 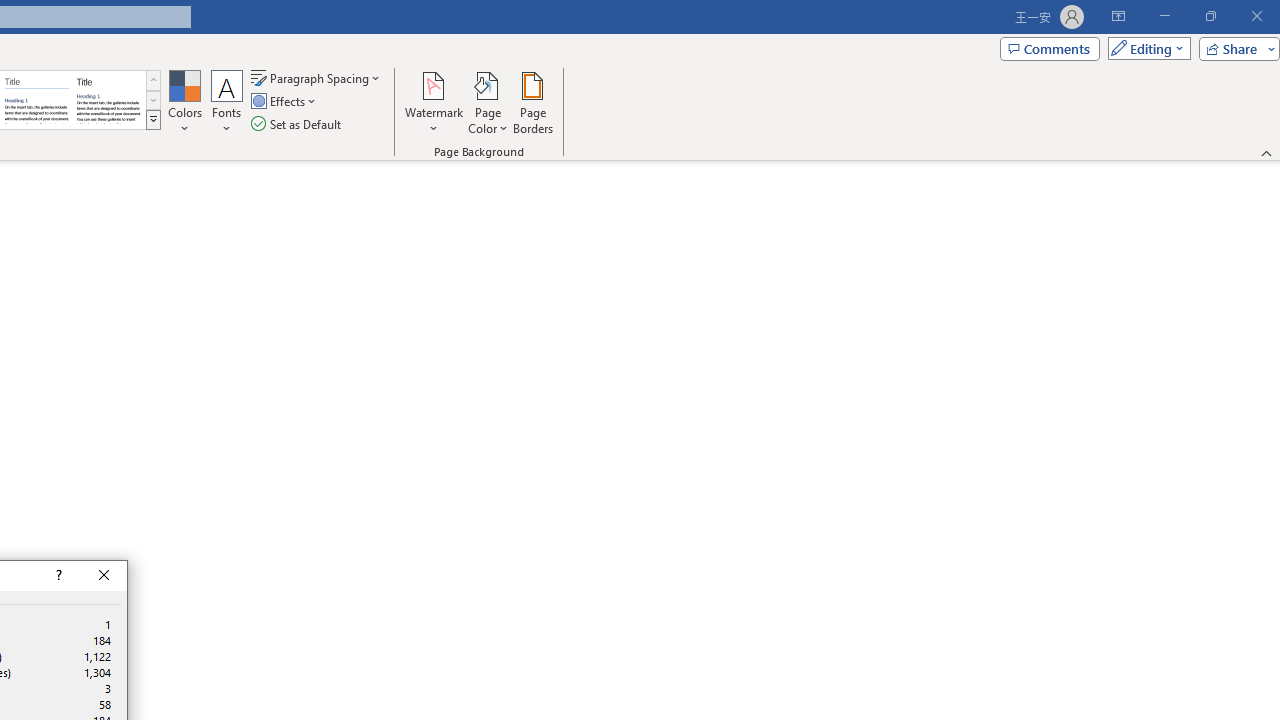 What do you see at coordinates (152, 120) in the screenshot?
I see `'Style Set'` at bounding box center [152, 120].